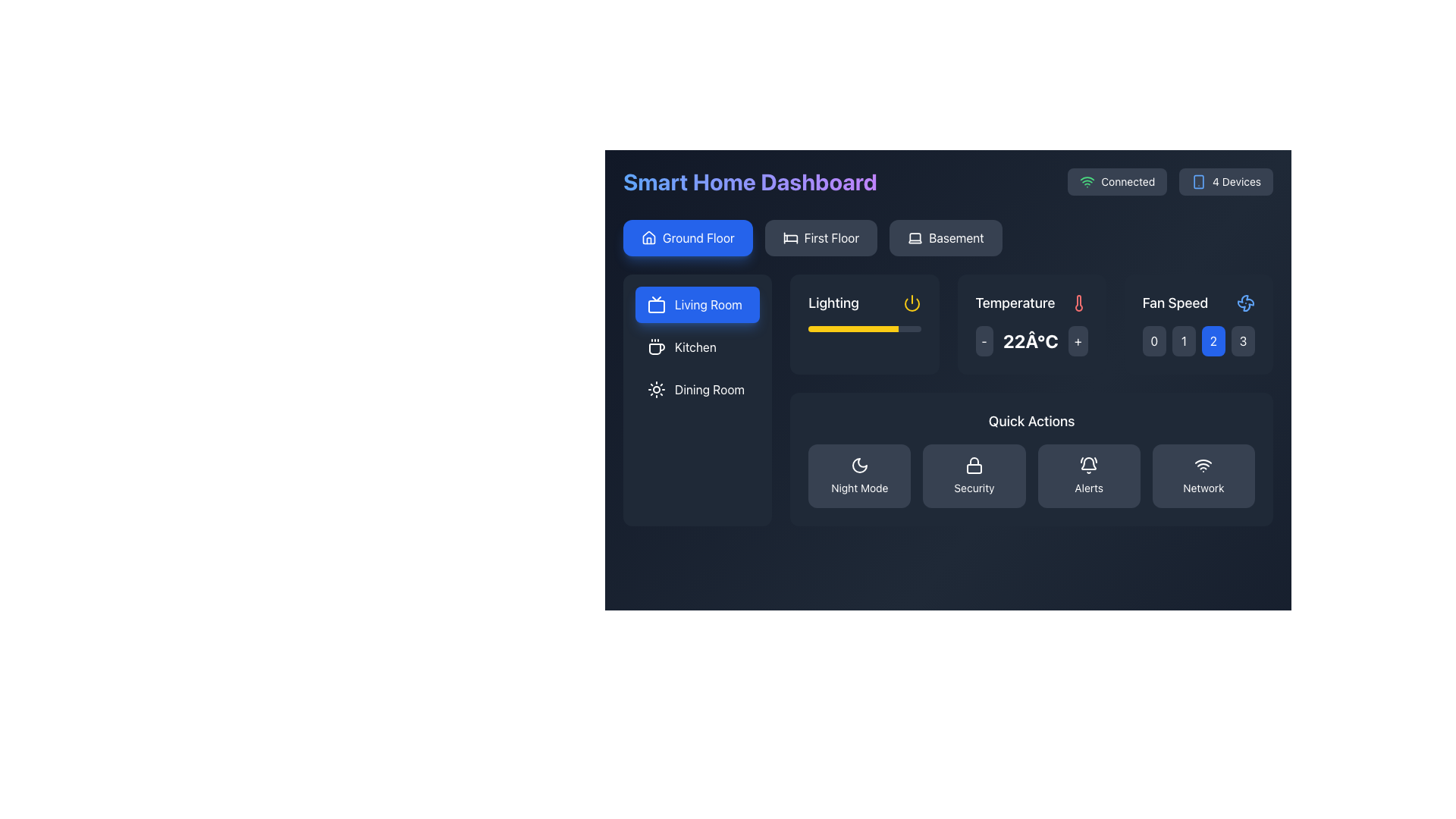 The image size is (1456, 819). Describe the element at coordinates (1153, 341) in the screenshot. I see `the first button in the horizontal grid that sets the fan speed to zero, located next to the 'Fan Speed' label under the 'Temperature' section` at that location.